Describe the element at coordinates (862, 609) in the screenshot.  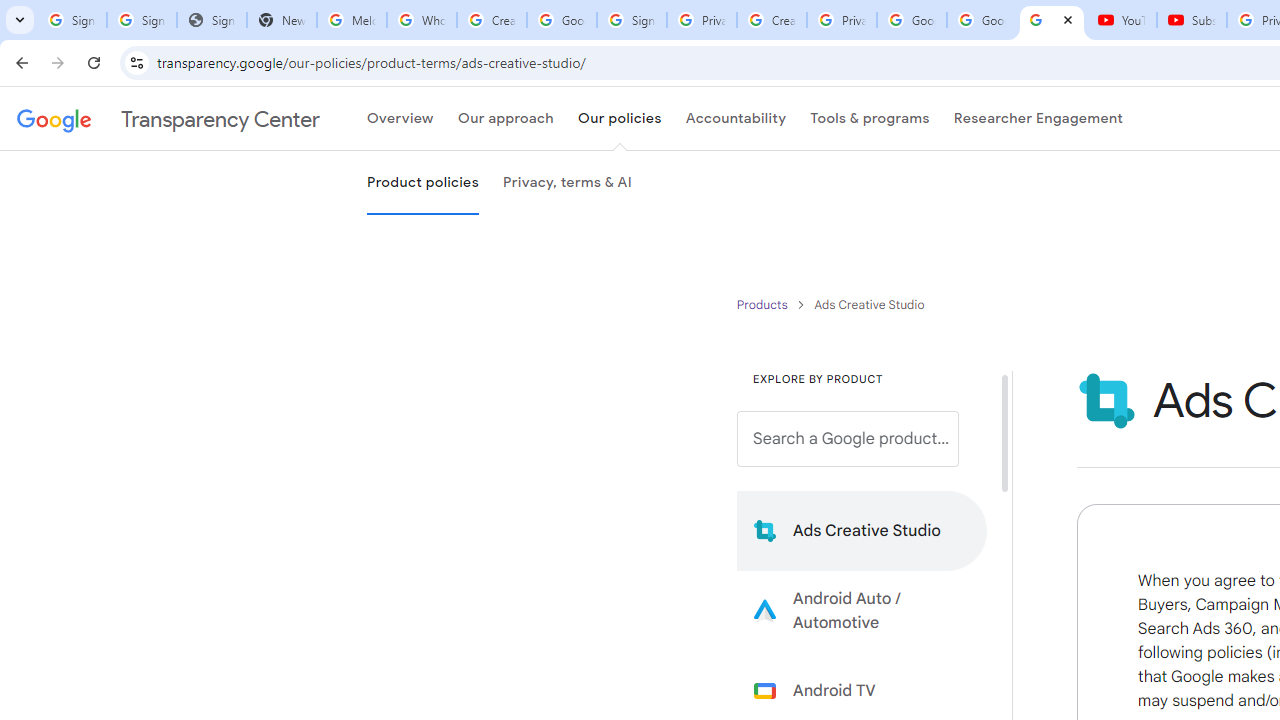
I see `'Learn more about Android Auto'` at that location.